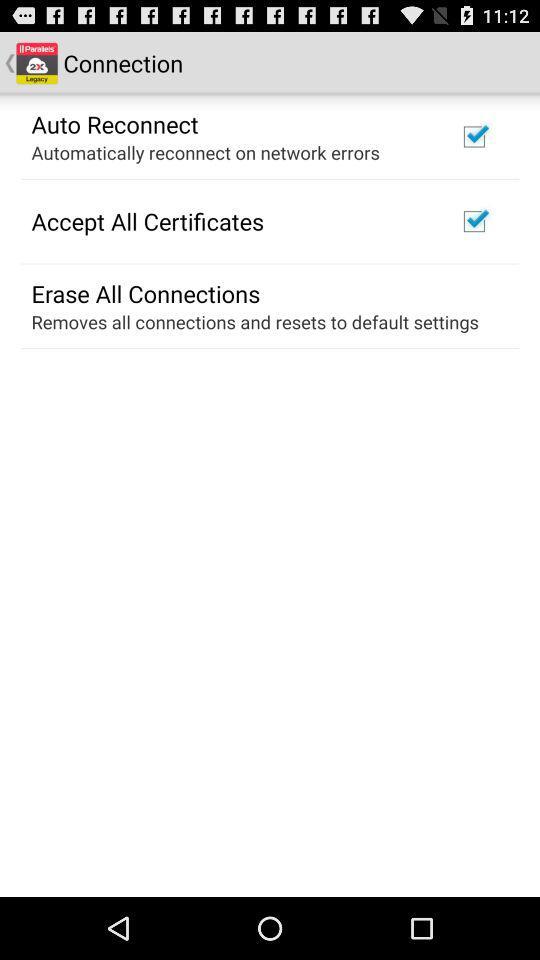 This screenshot has width=540, height=960. I want to click on the automatically reconnect on item, so click(204, 151).